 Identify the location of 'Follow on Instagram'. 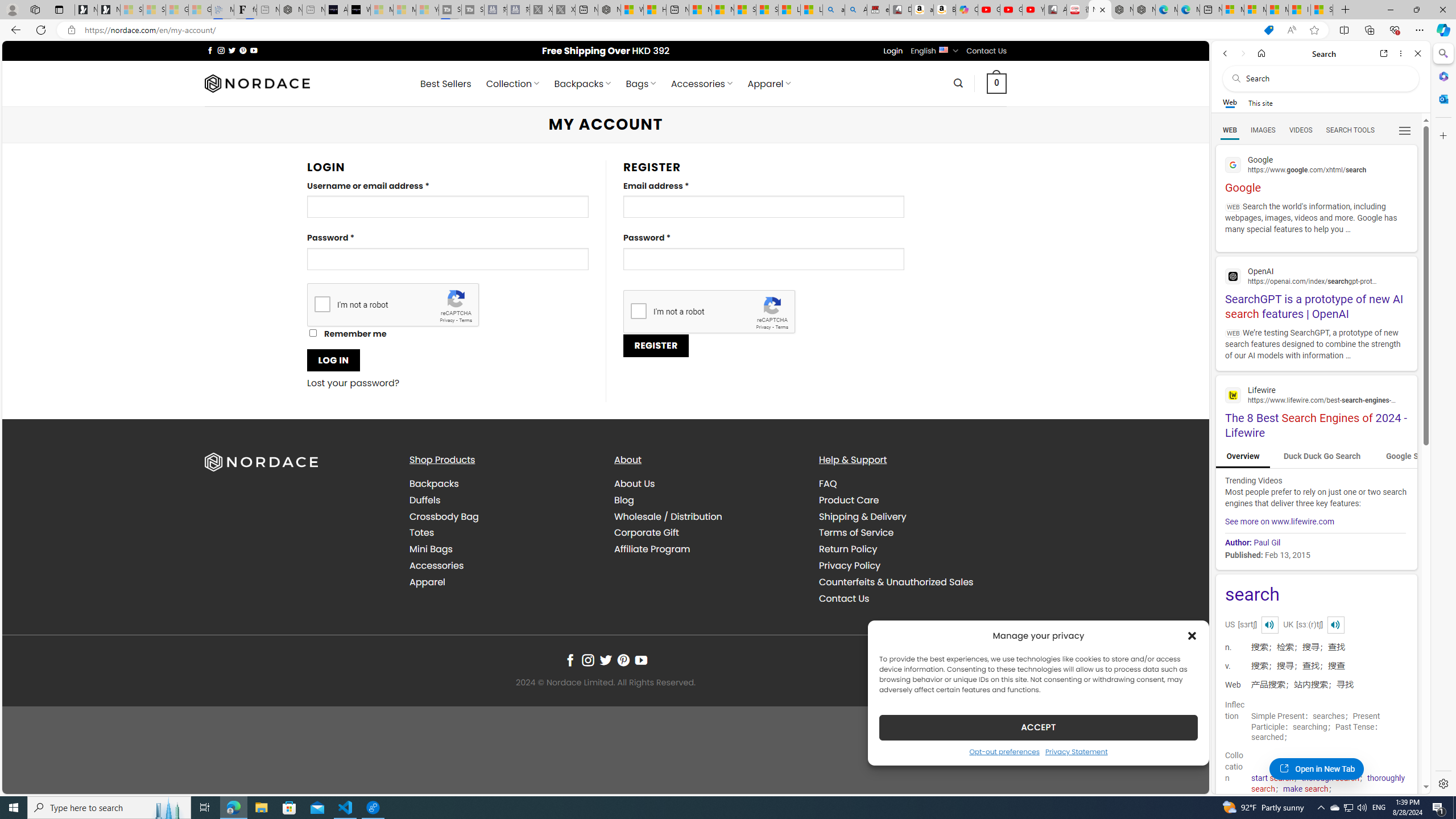
(588, 660).